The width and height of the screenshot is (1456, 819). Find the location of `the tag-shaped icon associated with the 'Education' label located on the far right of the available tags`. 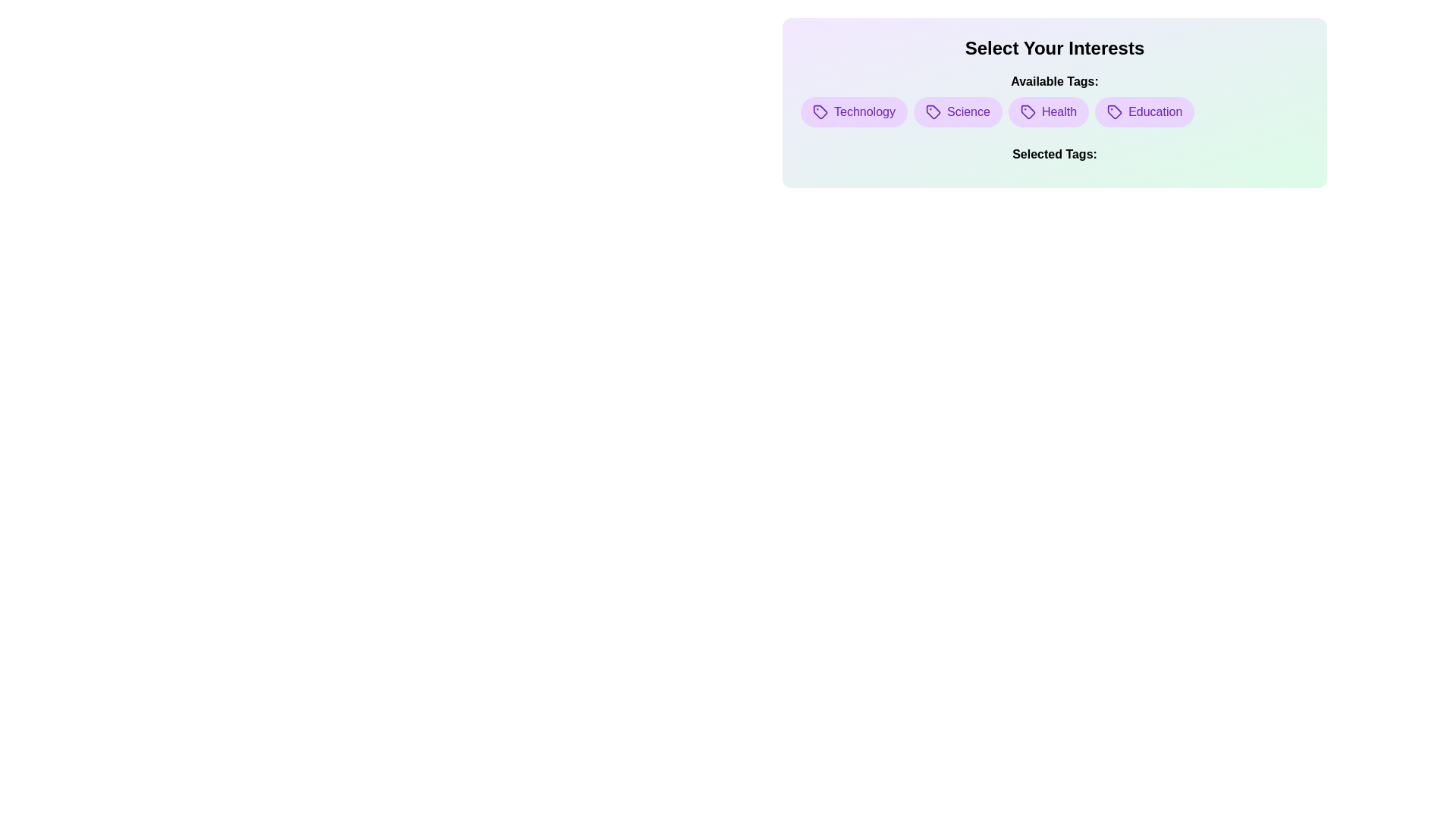

the tag-shaped icon associated with the 'Education' label located on the far right of the available tags is located at coordinates (1115, 111).